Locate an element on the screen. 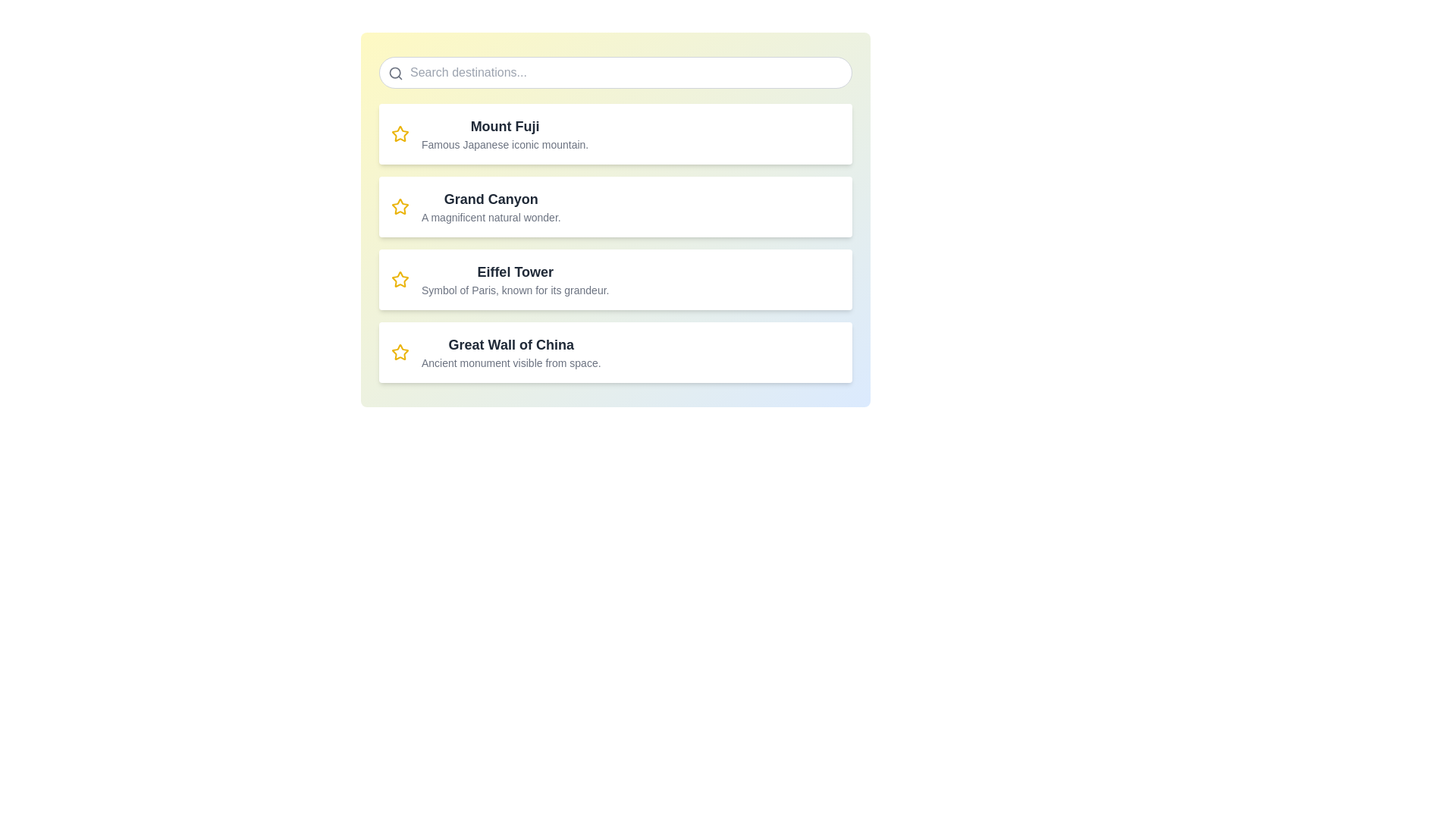 The width and height of the screenshot is (1456, 819). the star icon associated with the 'Eiffel Tower' entry in the vertical list is located at coordinates (400, 279).